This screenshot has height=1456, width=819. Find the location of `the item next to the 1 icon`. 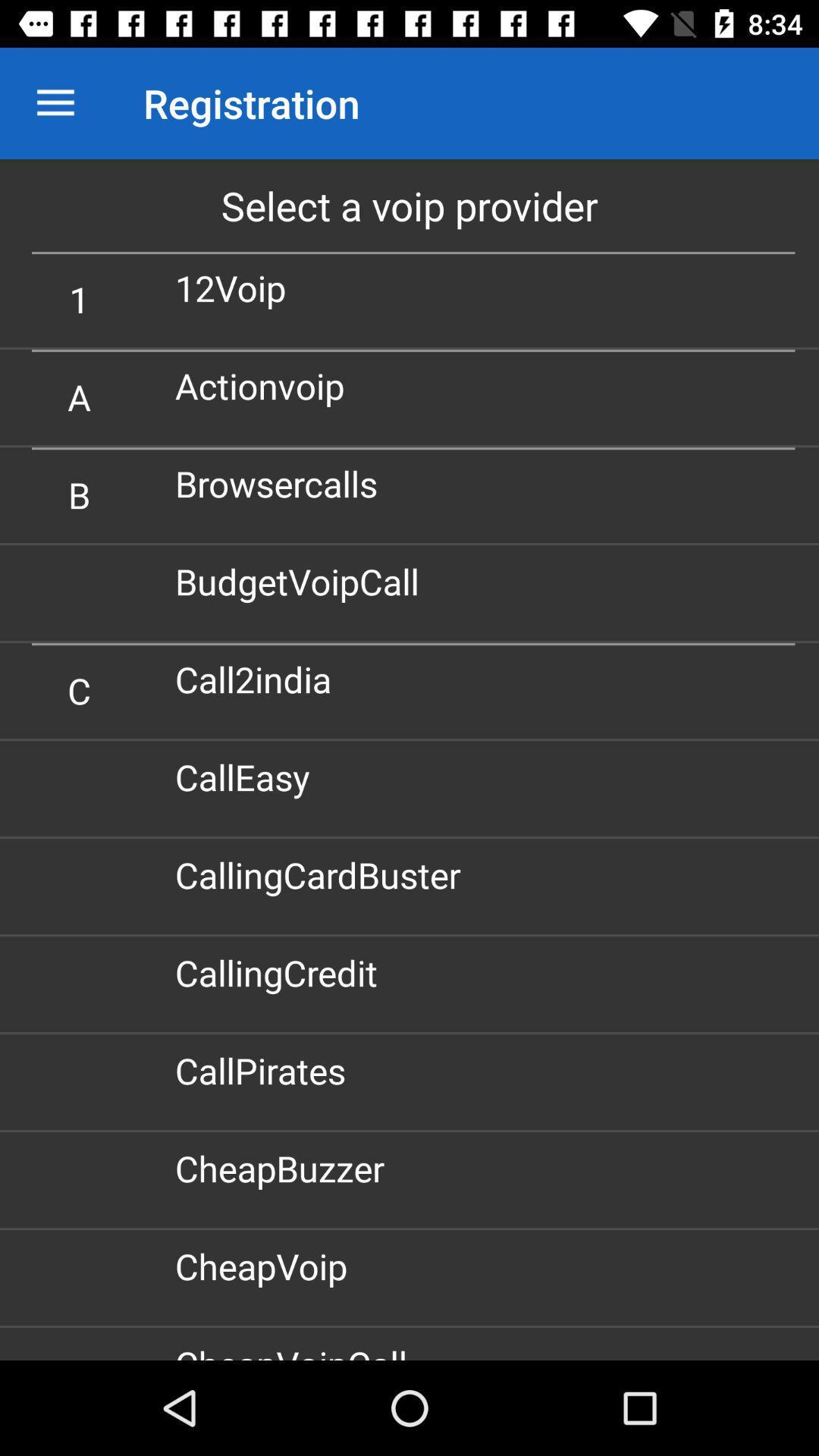

the item next to the 1 icon is located at coordinates (237, 287).